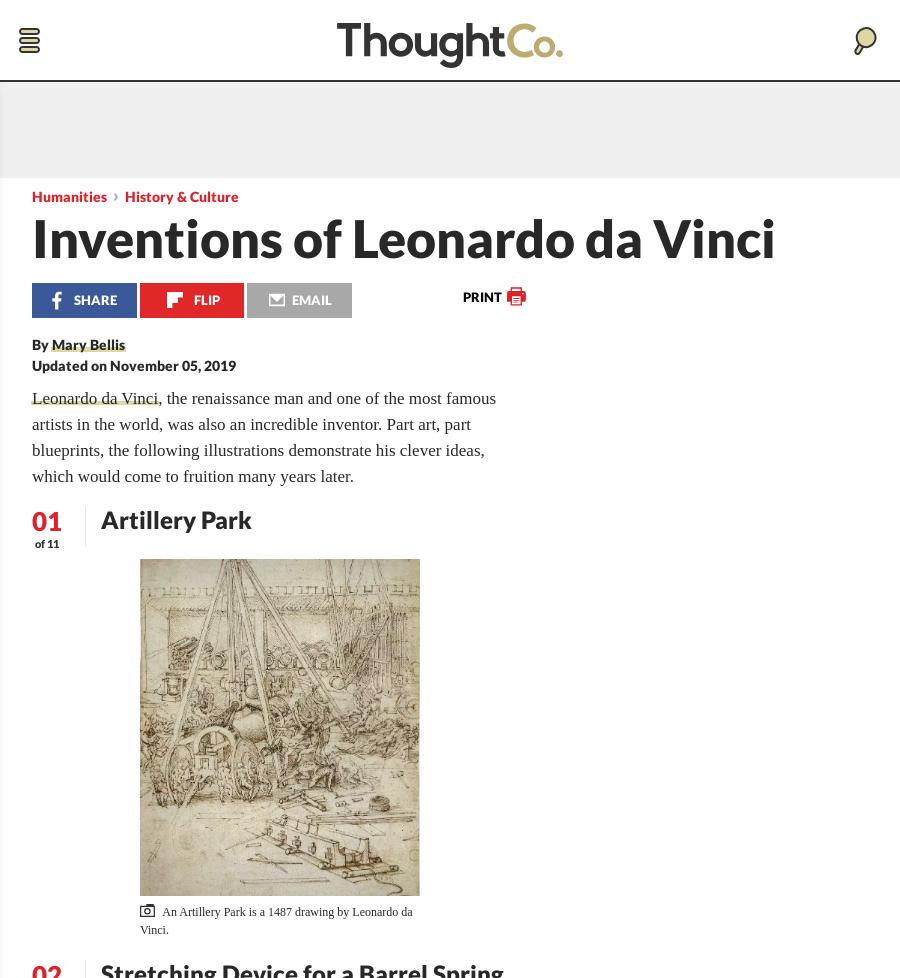 The image size is (900, 978). What do you see at coordinates (87, 343) in the screenshot?
I see `'Mary Bellis'` at bounding box center [87, 343].